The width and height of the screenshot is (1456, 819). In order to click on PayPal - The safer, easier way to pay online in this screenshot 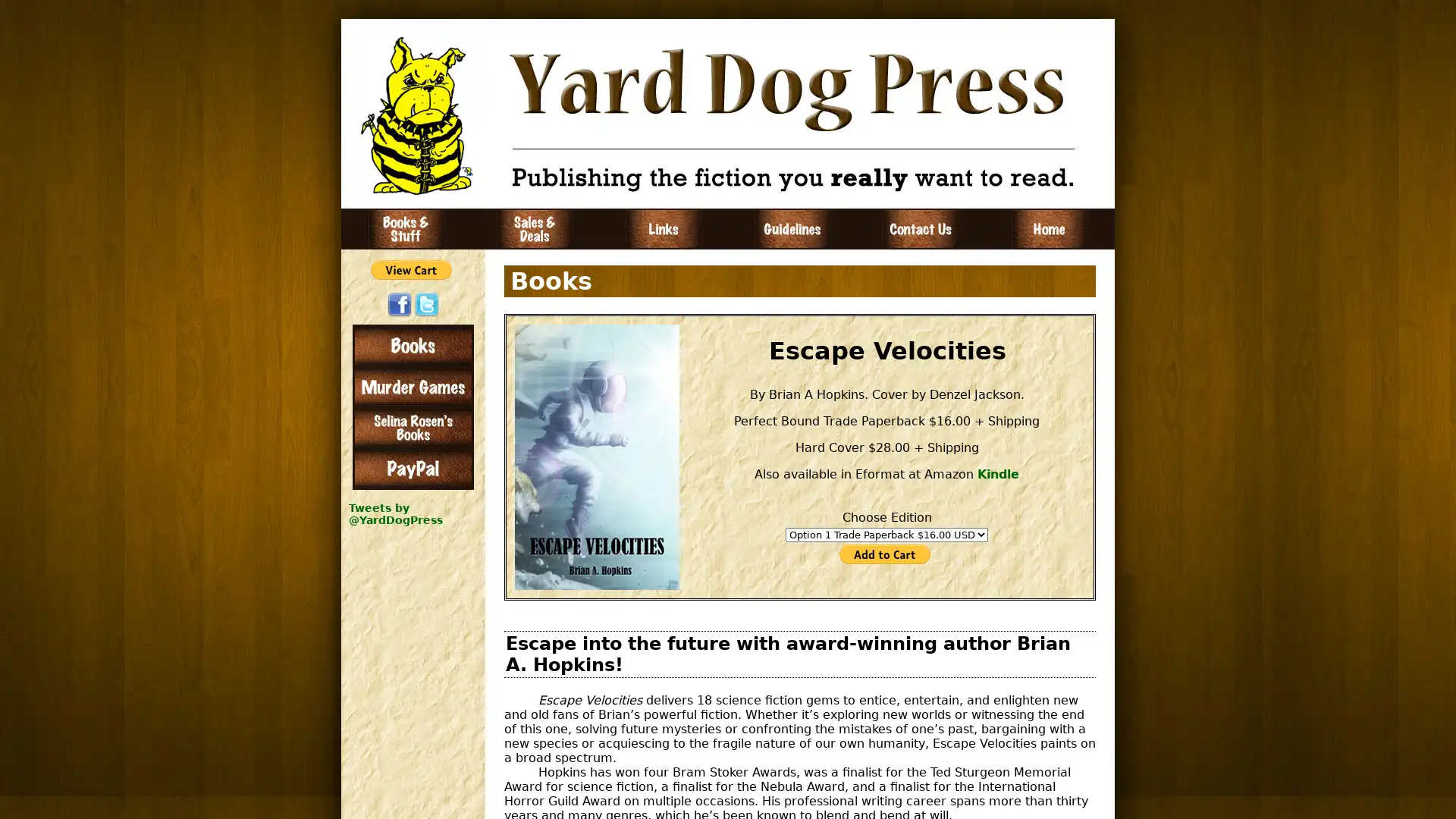, I will do `click(411, 268)`.